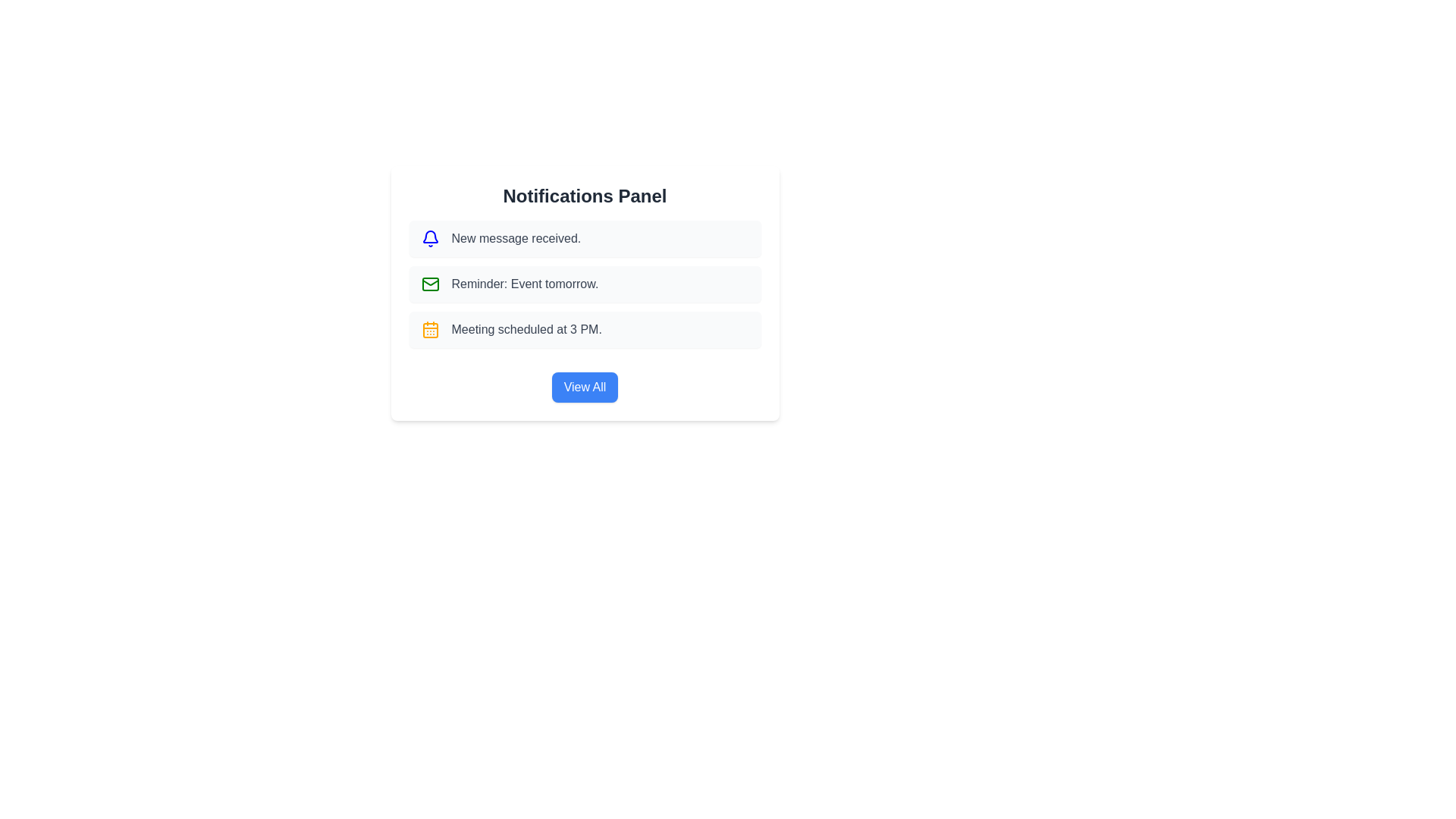  What do you see at coordinates (429, 284) in the screenshot?
I see `the outlined mail icon with green strokes located to the far left of the text in the notification titled 'Reminder: Event tomorrow.'` at bounding box center [429, 284].